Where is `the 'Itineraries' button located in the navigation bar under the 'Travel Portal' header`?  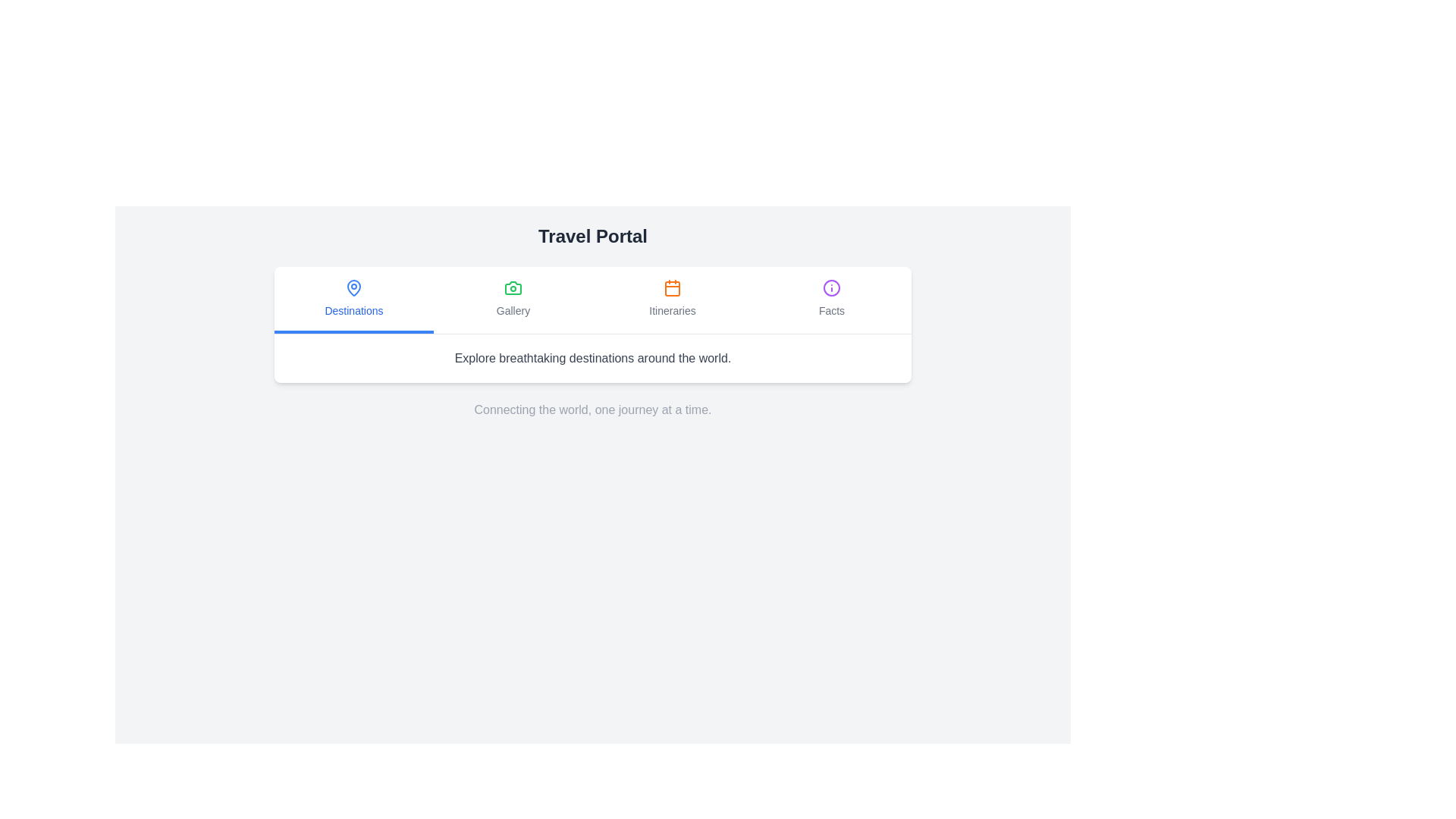
the 'Itineraries' button located in the navigation bar under the 'Travel Portal' header is located at coordinates (672, 298).